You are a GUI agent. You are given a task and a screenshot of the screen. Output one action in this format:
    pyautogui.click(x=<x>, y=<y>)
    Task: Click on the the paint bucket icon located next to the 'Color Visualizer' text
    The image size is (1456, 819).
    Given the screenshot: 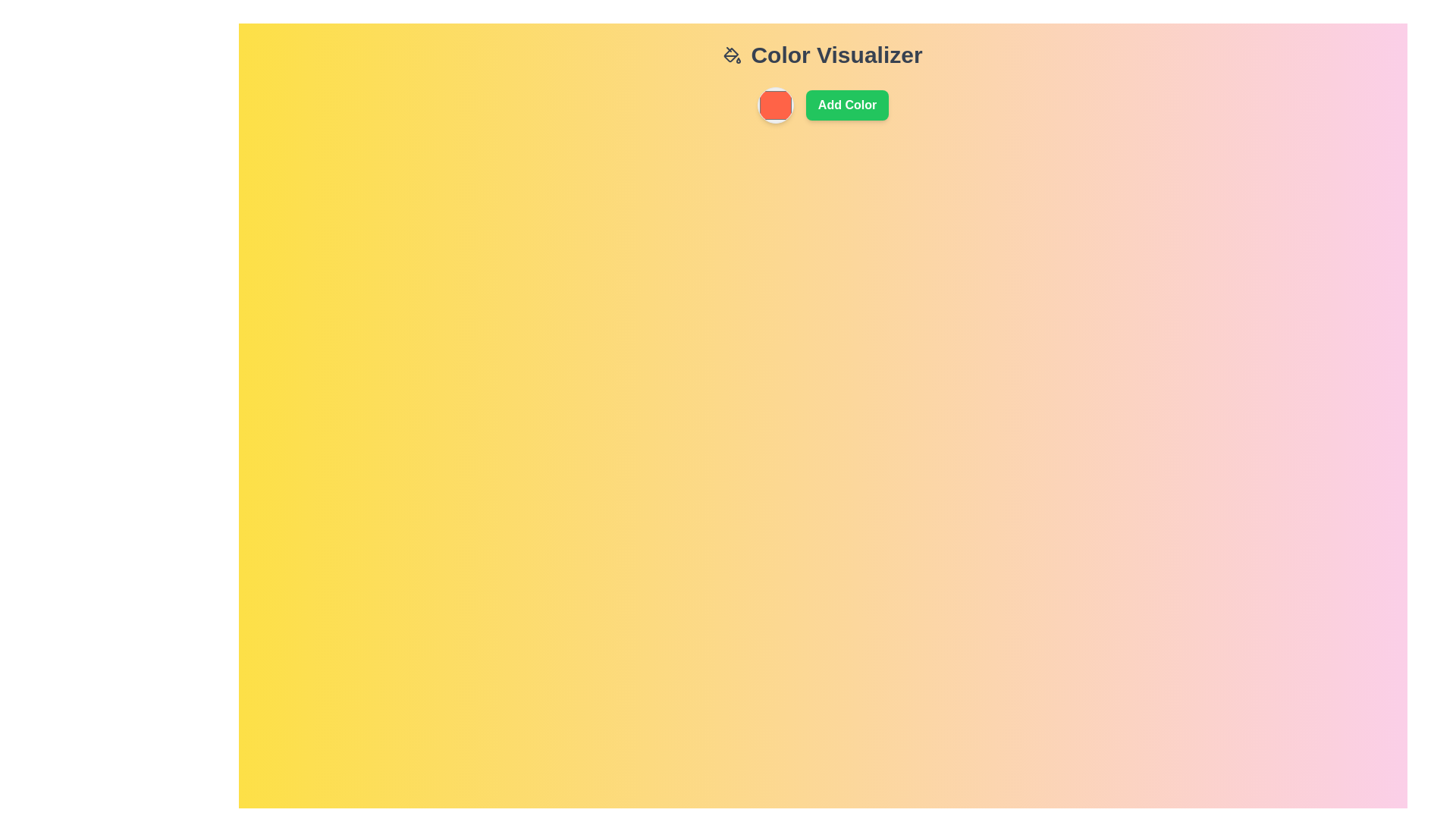 What is the action you would take?
    pyautogui.click(x=733, y=55)
    